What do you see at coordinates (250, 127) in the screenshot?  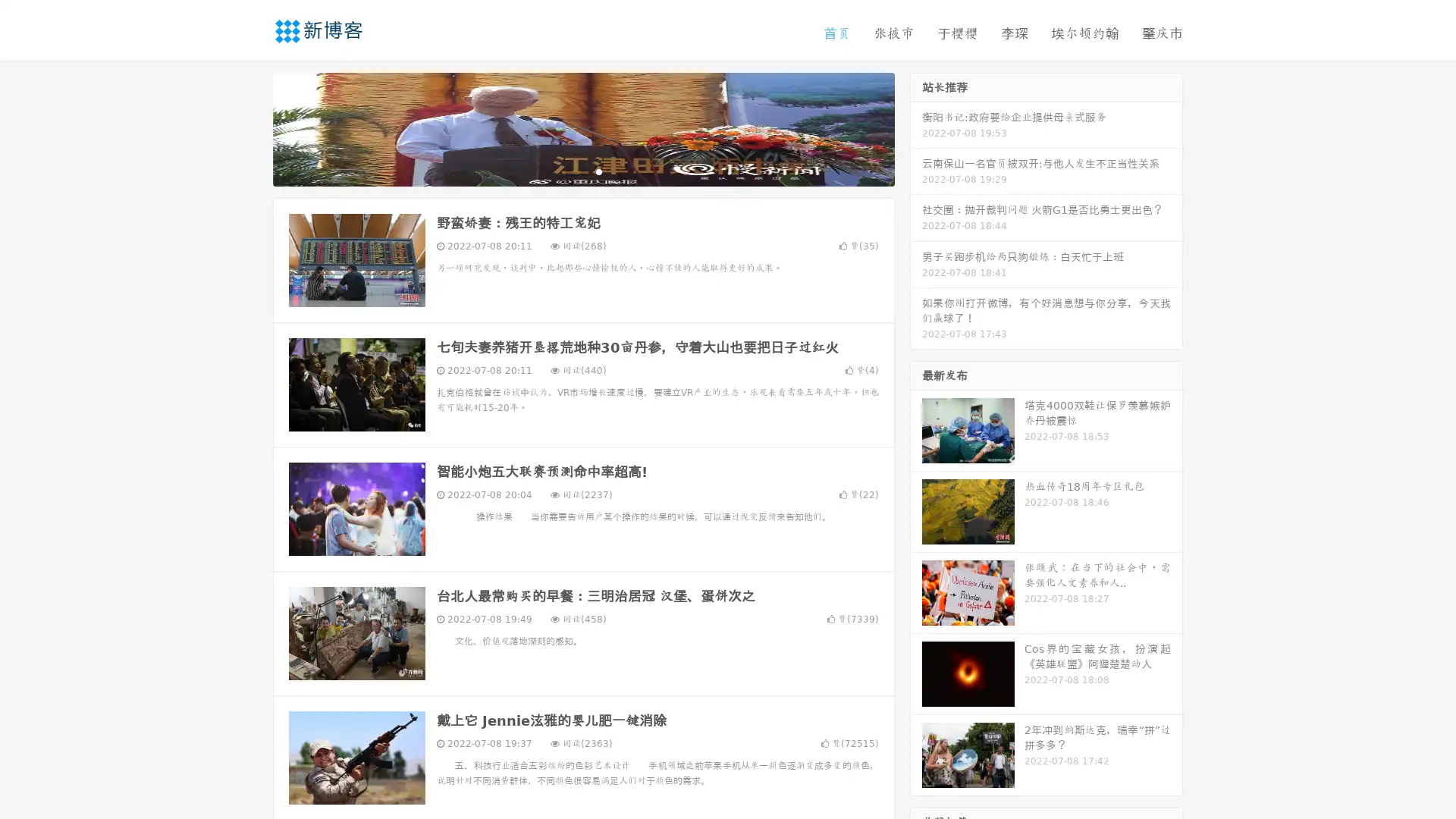 I see `Previous slide` at bounding box center [250, 127].